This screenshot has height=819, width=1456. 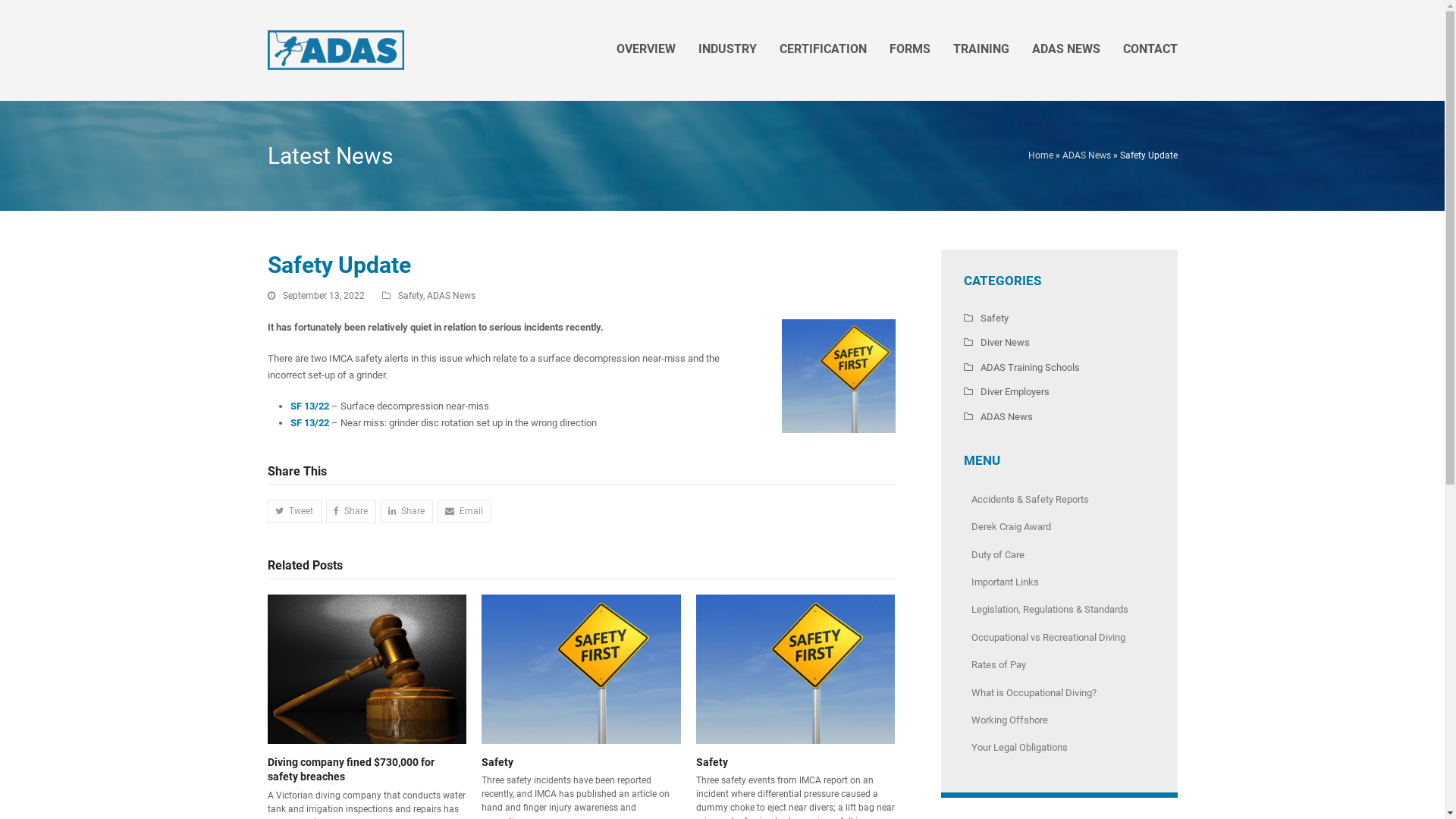 What do you see at coordinates (366, 667) in the screenshot?
I see `'Diving company fined $730,000 for safety breaches'` at bounding box center [366, 667].